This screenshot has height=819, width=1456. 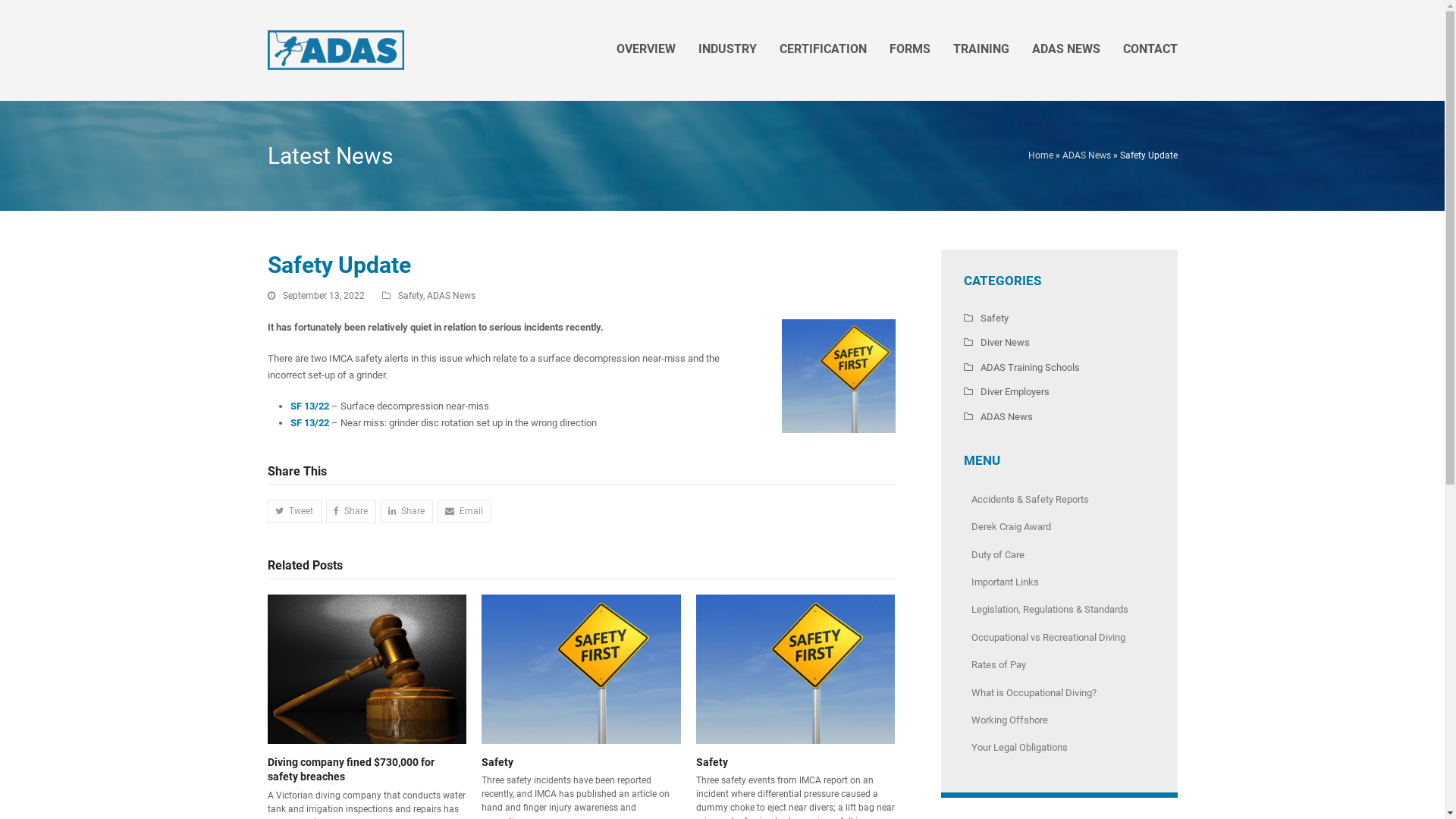 What do you see at coordinates (366, 667) in the screenshot?
I see `'Diving company fined $730,000 for safety breaches'` at bounding box center [366, 667].